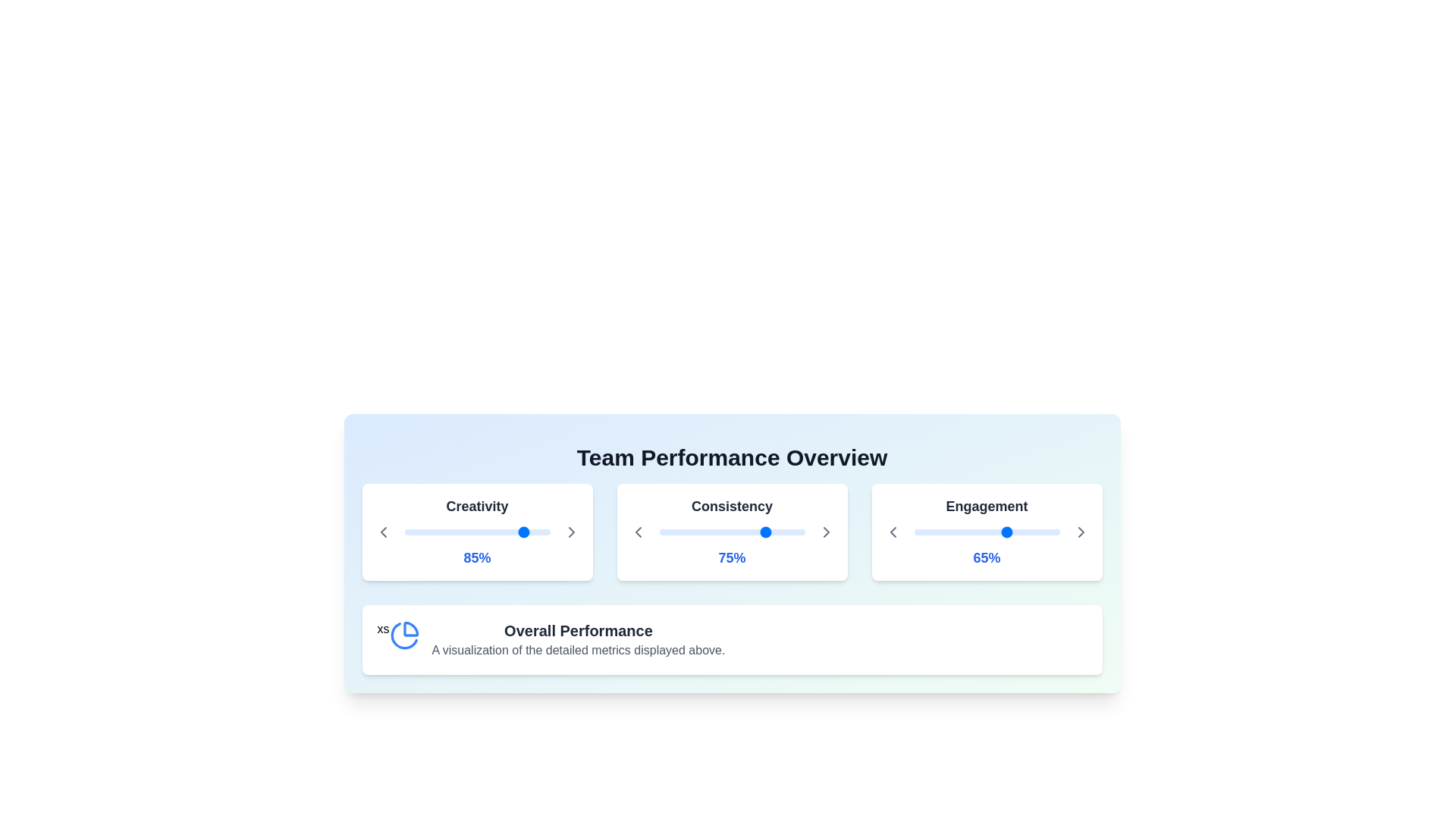 The height and width of the screenshot is (819, 1456). What do you see at coordinates (1003, 532) in the screenshot?
I see `the Engagement slider` at bounding box center [1003, 532].